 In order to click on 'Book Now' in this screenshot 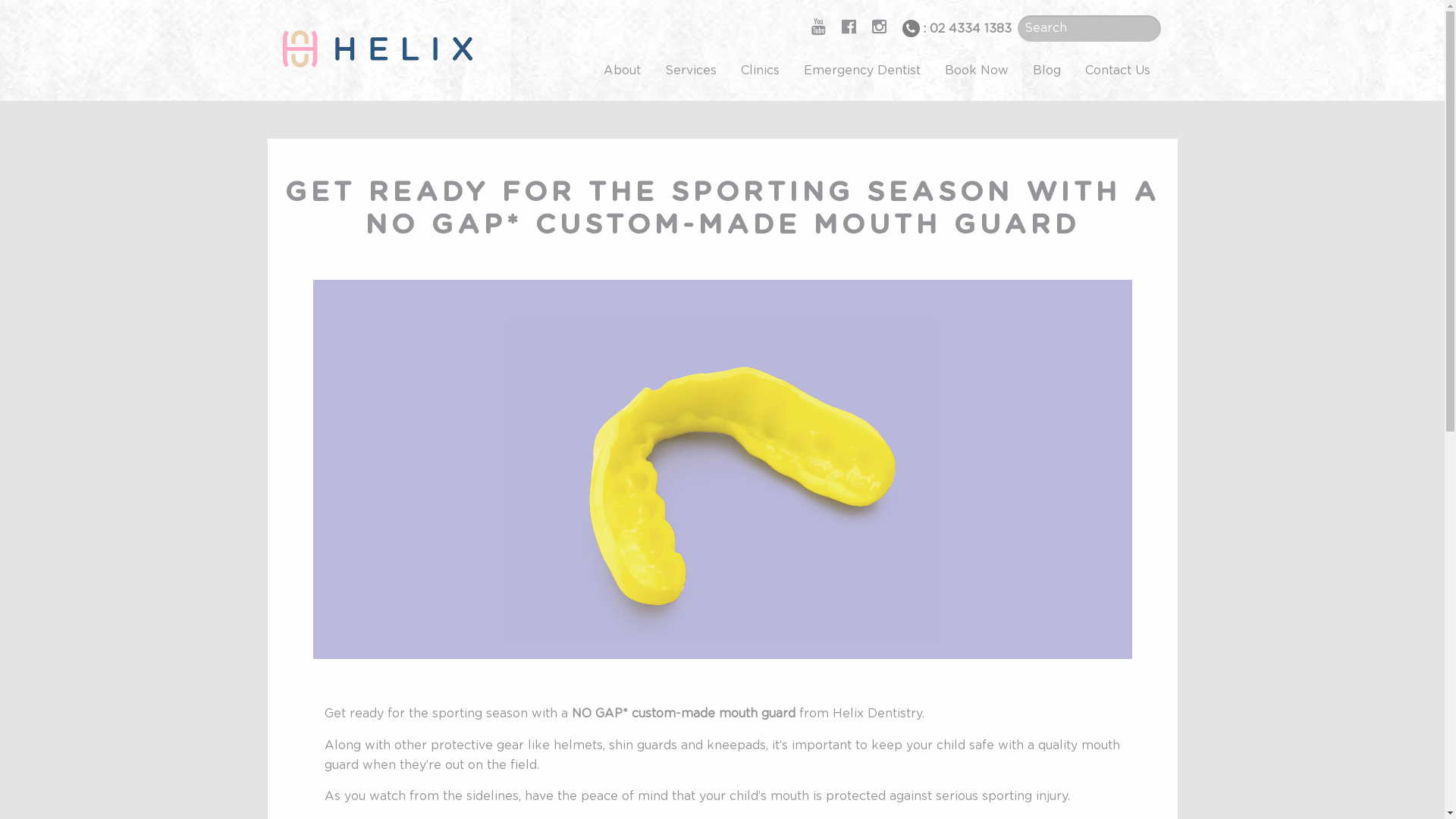, I will do `click(976, 70)`.